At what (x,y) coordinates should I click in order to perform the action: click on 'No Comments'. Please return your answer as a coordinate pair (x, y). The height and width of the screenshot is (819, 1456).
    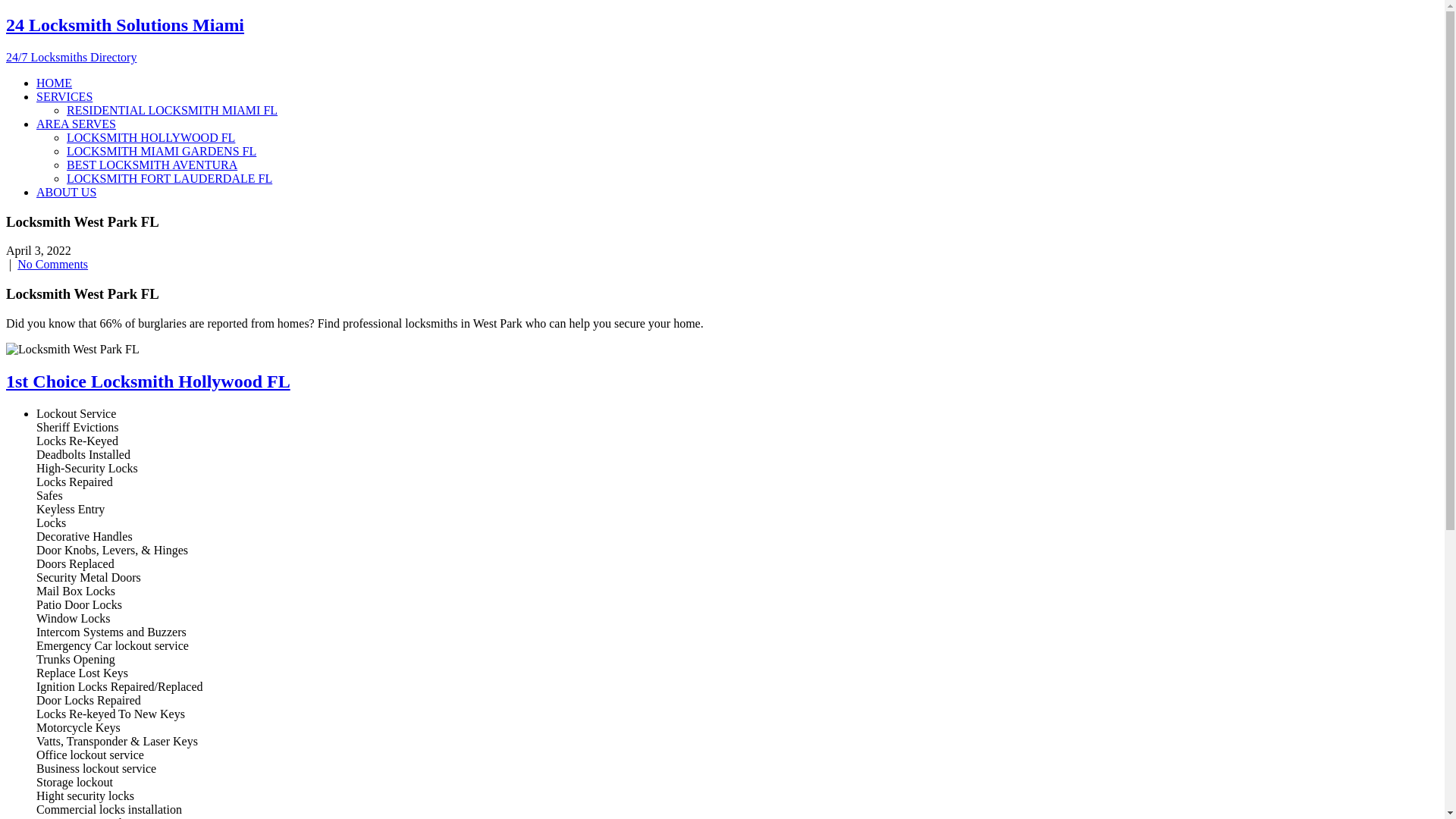
    Looking at the image, I should click on (17, 263).